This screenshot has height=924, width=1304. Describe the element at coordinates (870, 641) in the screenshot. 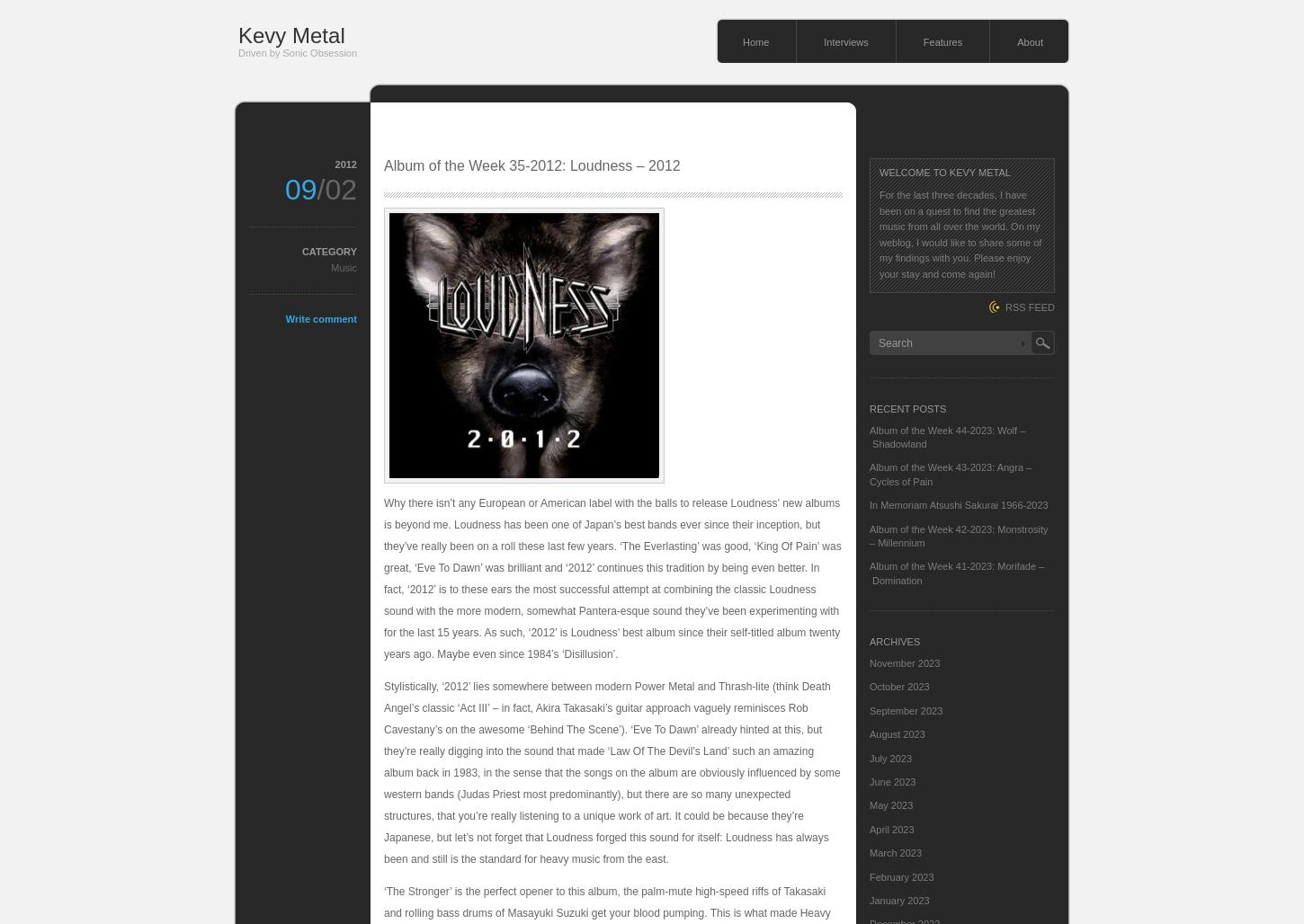

I see `'Archives'` at that location.